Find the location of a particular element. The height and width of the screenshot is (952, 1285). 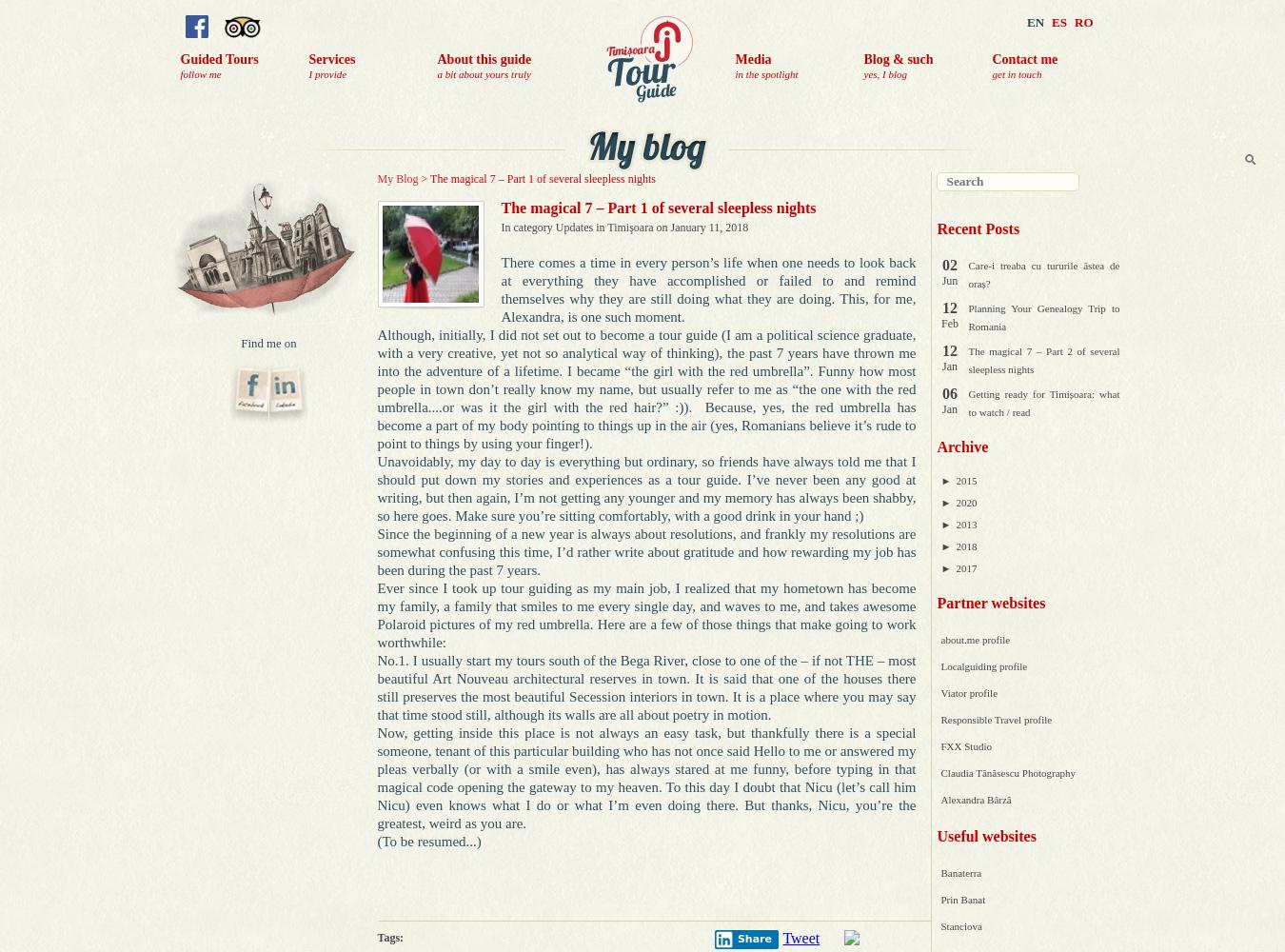

'Blog & such' is located at coordinates (862, 59).